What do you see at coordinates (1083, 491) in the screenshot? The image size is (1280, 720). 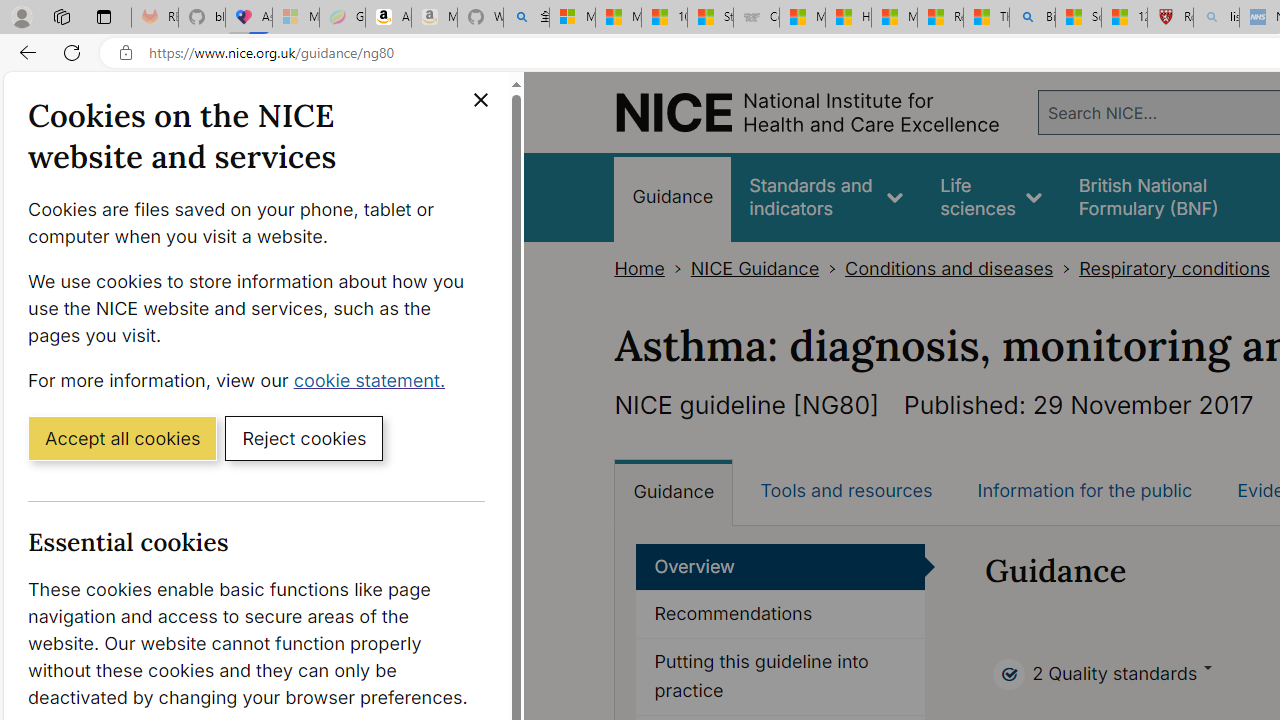 I see `'Information for the public'` at bounding box center [1083, 491].